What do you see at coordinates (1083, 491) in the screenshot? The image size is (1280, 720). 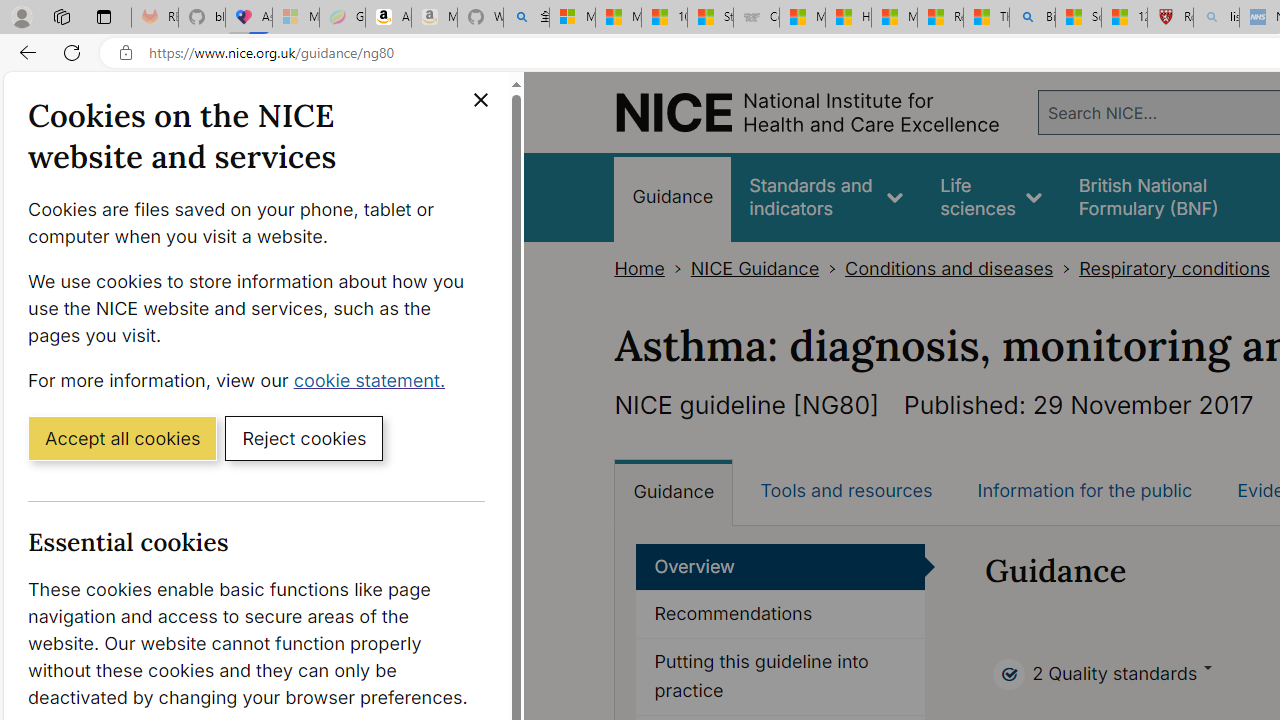 I see `'Information for the public'` at bounding box center [1083, 491].